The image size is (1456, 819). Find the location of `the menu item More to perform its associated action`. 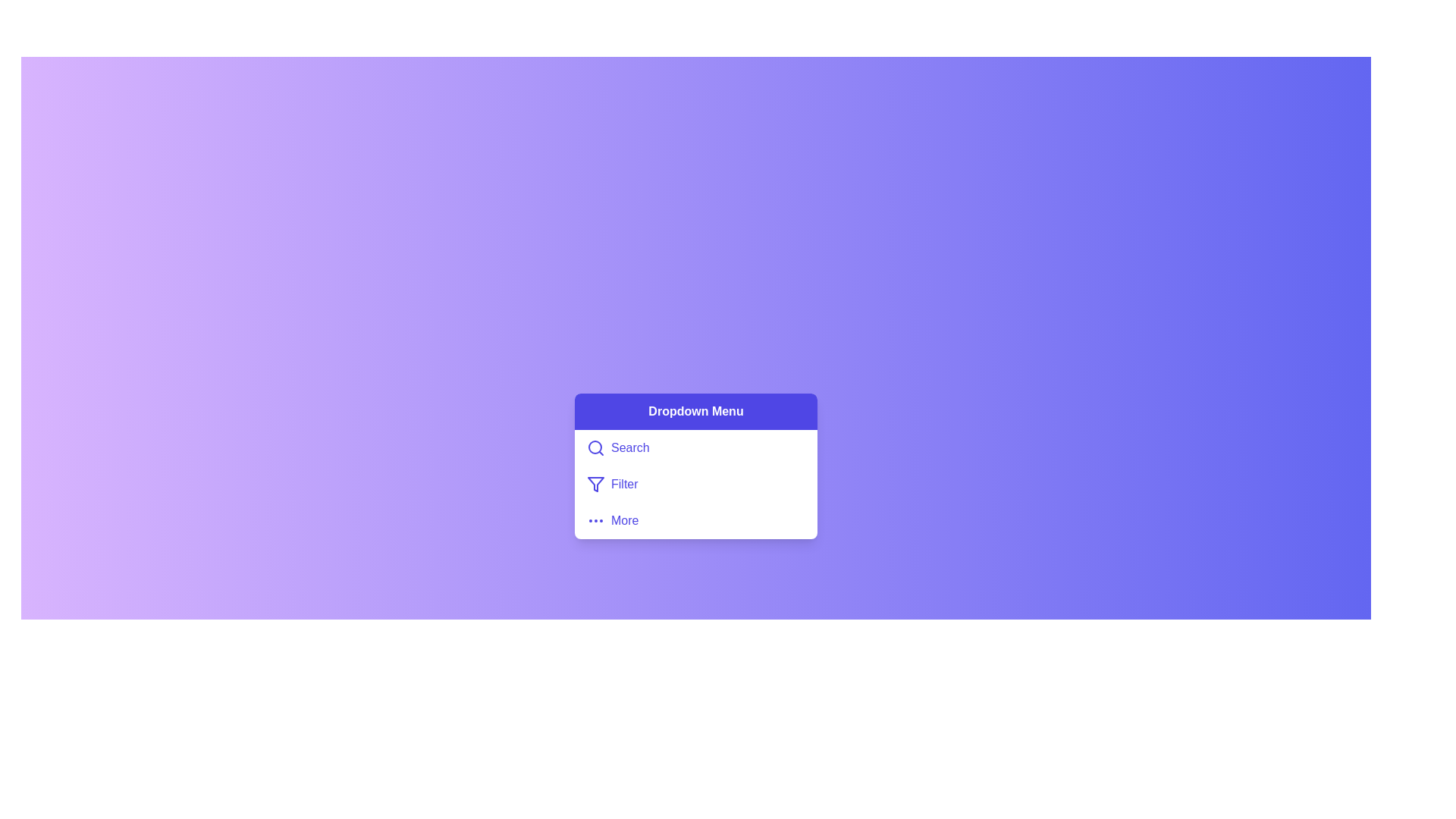

the menu item More to perform its associated action is located at coordinates (695, 519).